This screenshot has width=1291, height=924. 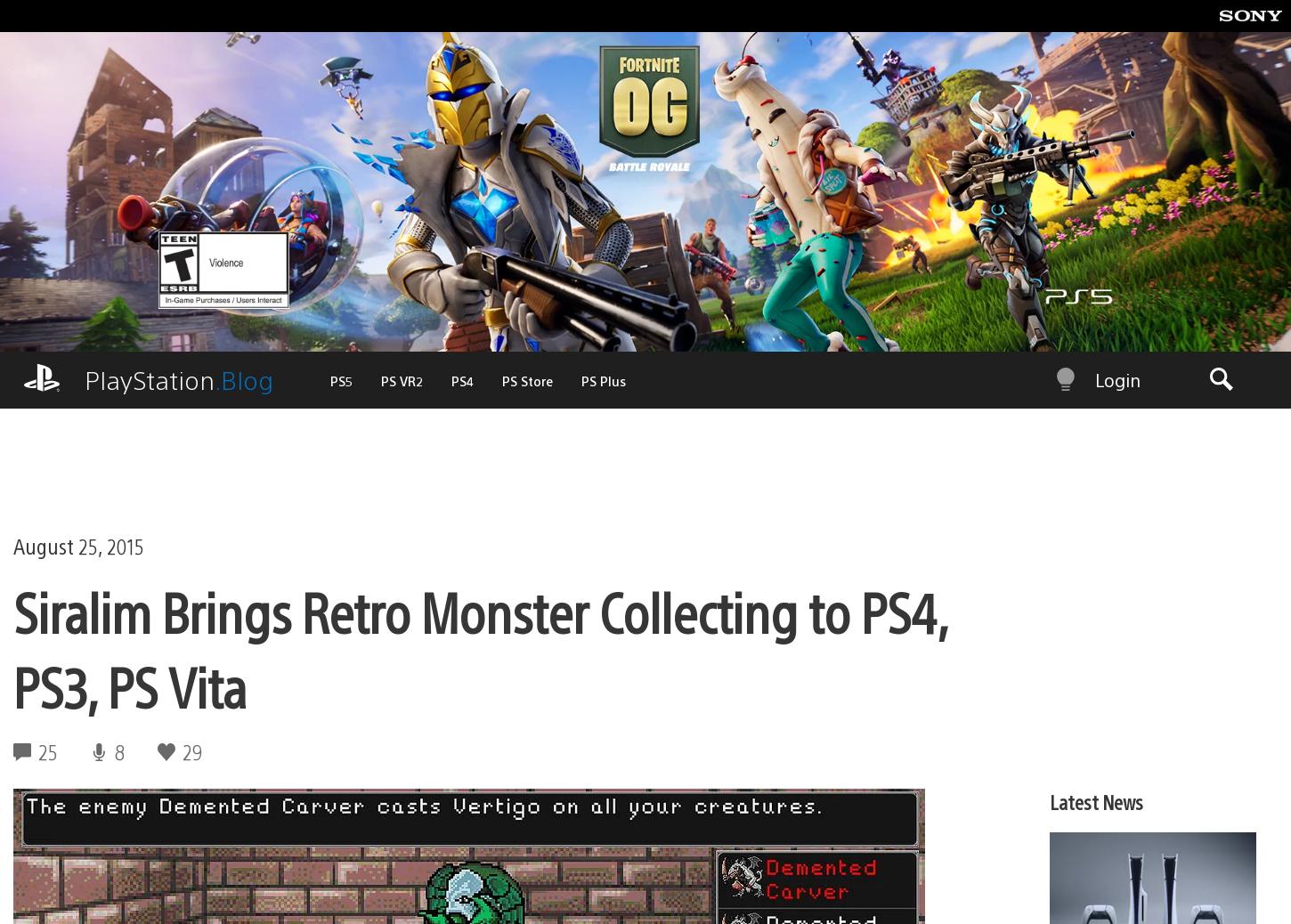 What do you see at coordinates (1115, 369) in the screenshot?
I see `'Login'` at bounding box center [1115, 369].